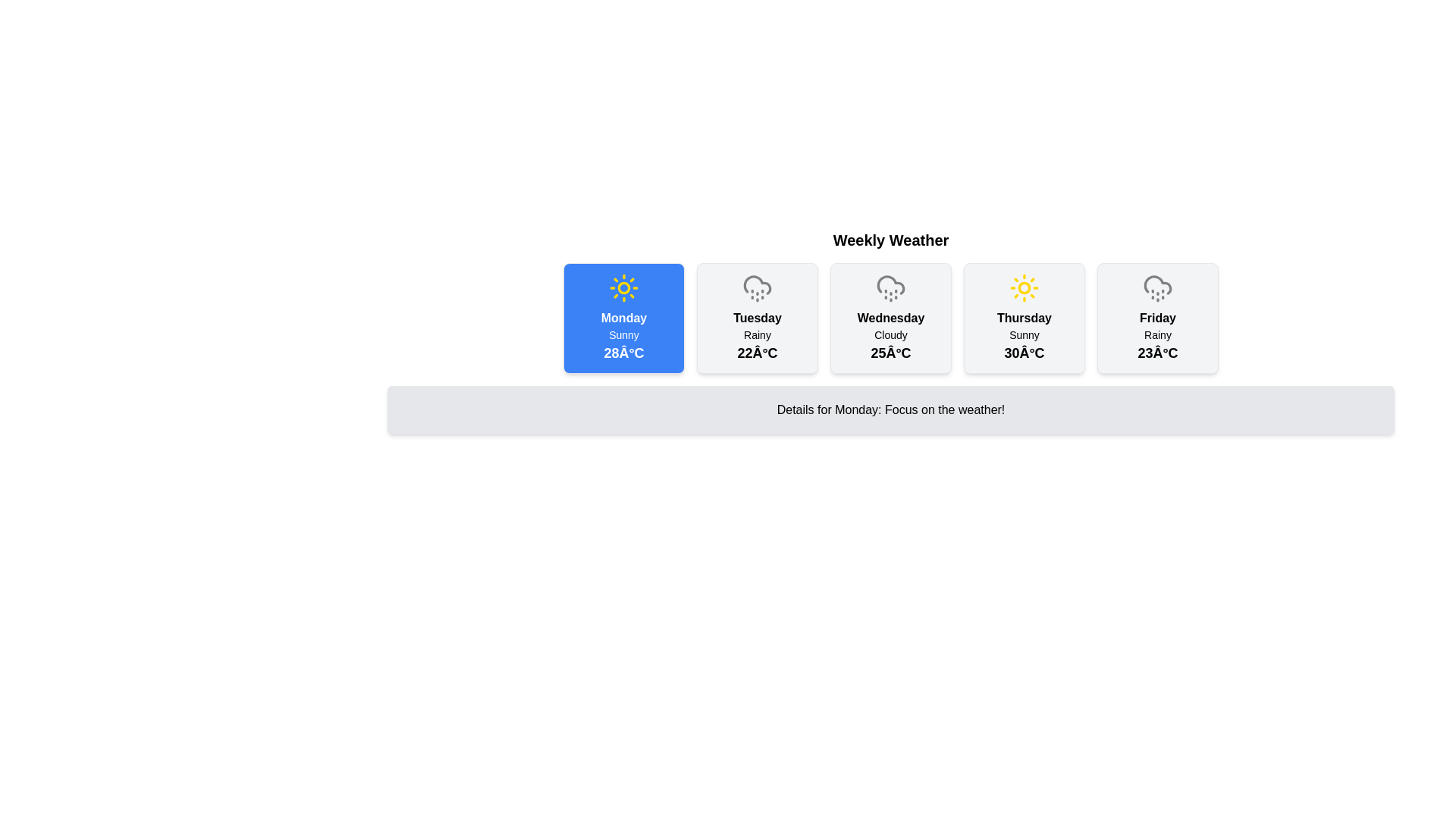 Image resolution: width=1456 pixels, height=819 pixels. I want to click on the stylized cloud icon with drizzle droplets underneath, located in the top section of the 'Friday Rainy 23°C' weather card, which is the fifth card in a horizontal layout of weather cards, so click(1156, 288).